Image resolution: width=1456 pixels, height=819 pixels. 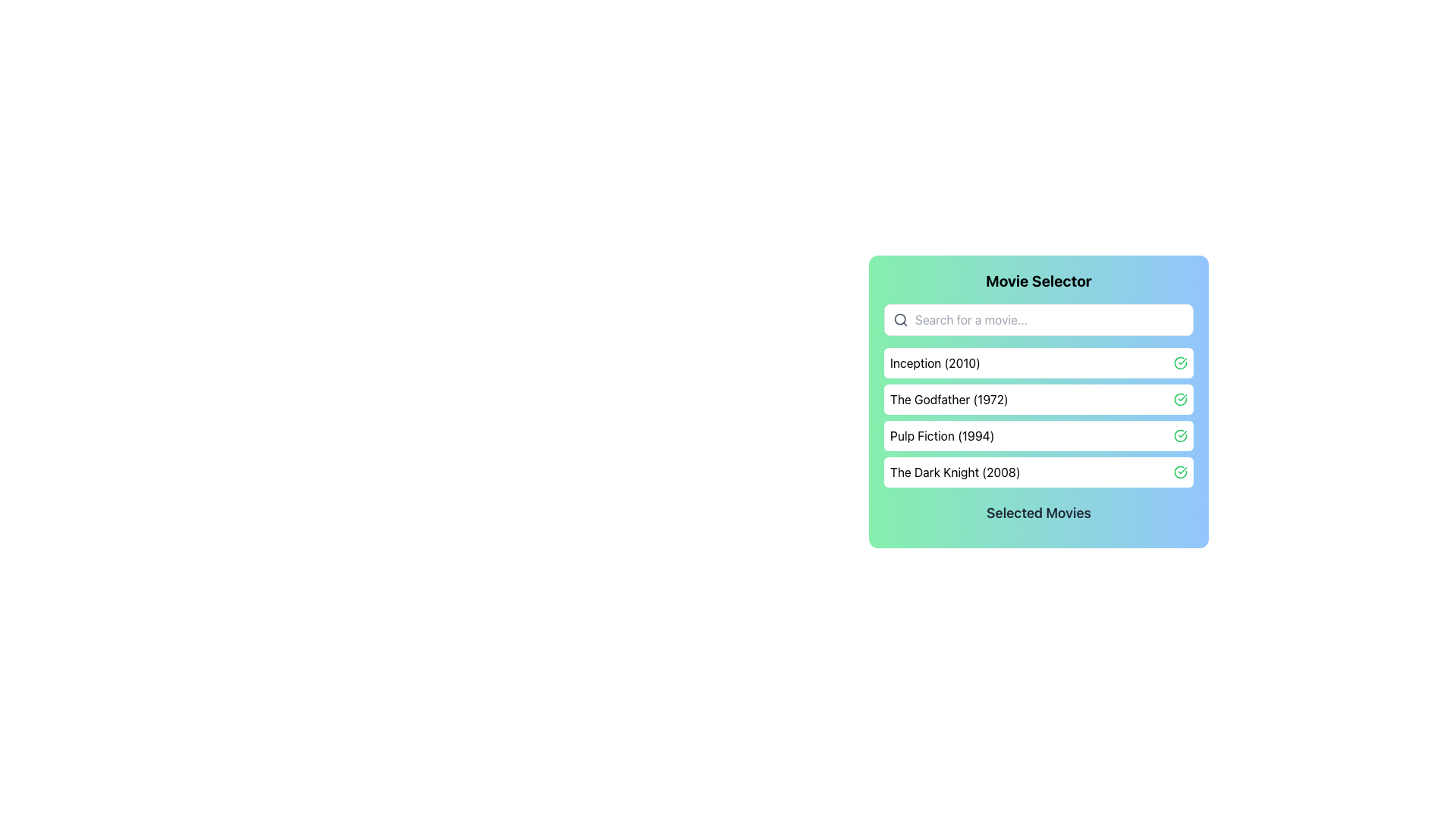 I want to click on the green circle icon with a checkmark inside, indicating a completed state, located in the row for 'Inception (2010)' in the movie list, so click(x=1179, y=362).